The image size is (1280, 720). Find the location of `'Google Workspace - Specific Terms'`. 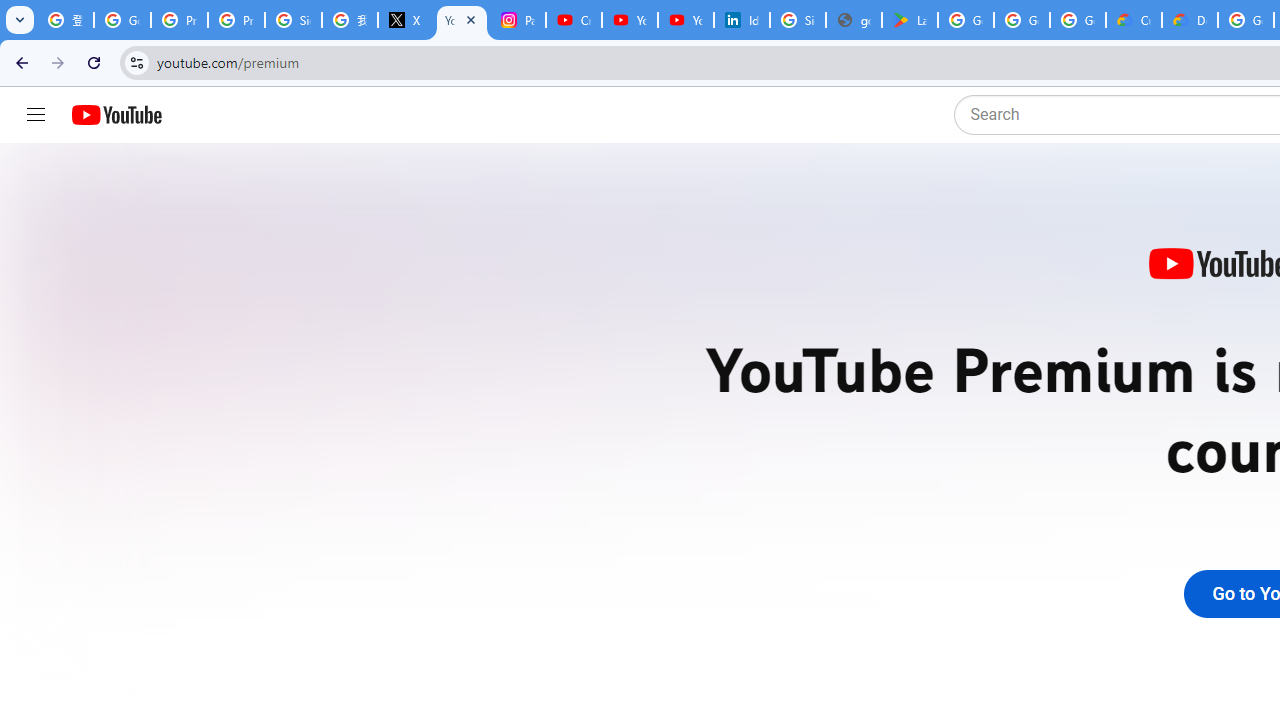

'Google Workspace - Specific Terms' is located at coordinates (1076, 20).